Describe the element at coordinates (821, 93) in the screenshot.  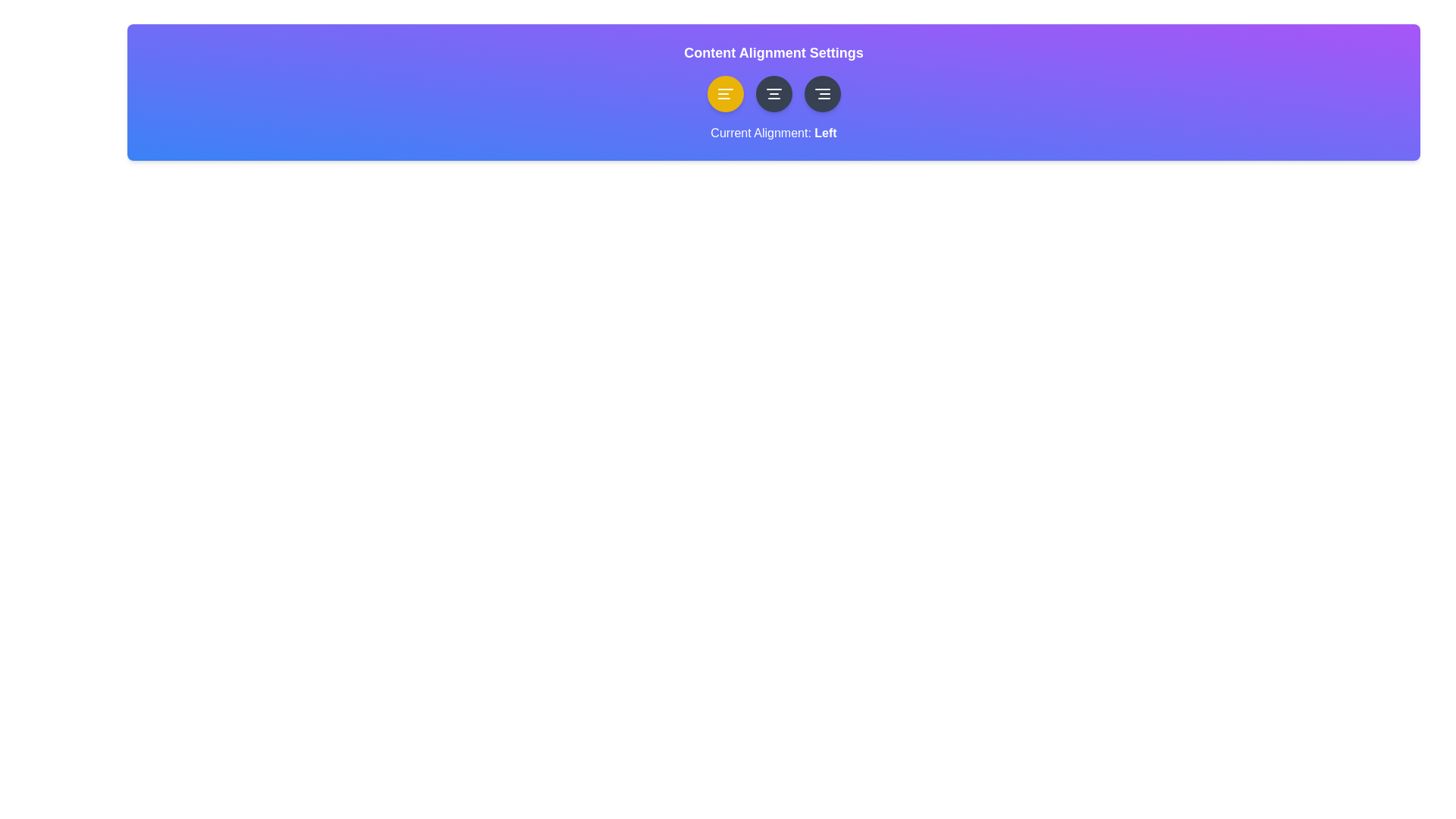
I see `the button corresponding to right` at that location.